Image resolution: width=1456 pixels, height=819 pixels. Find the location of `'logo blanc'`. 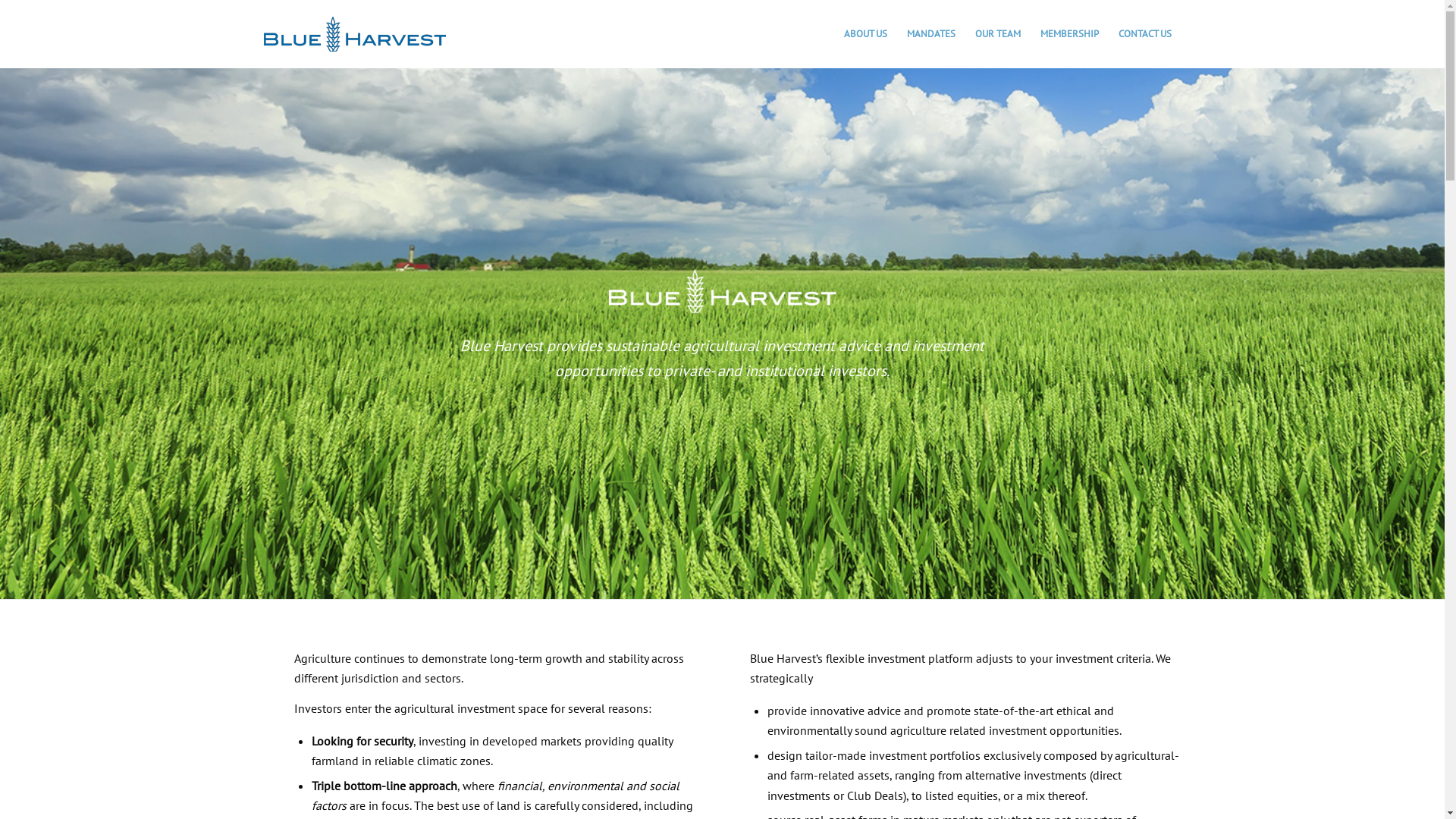

'logo blanc' is located at coordinates (607, 291).